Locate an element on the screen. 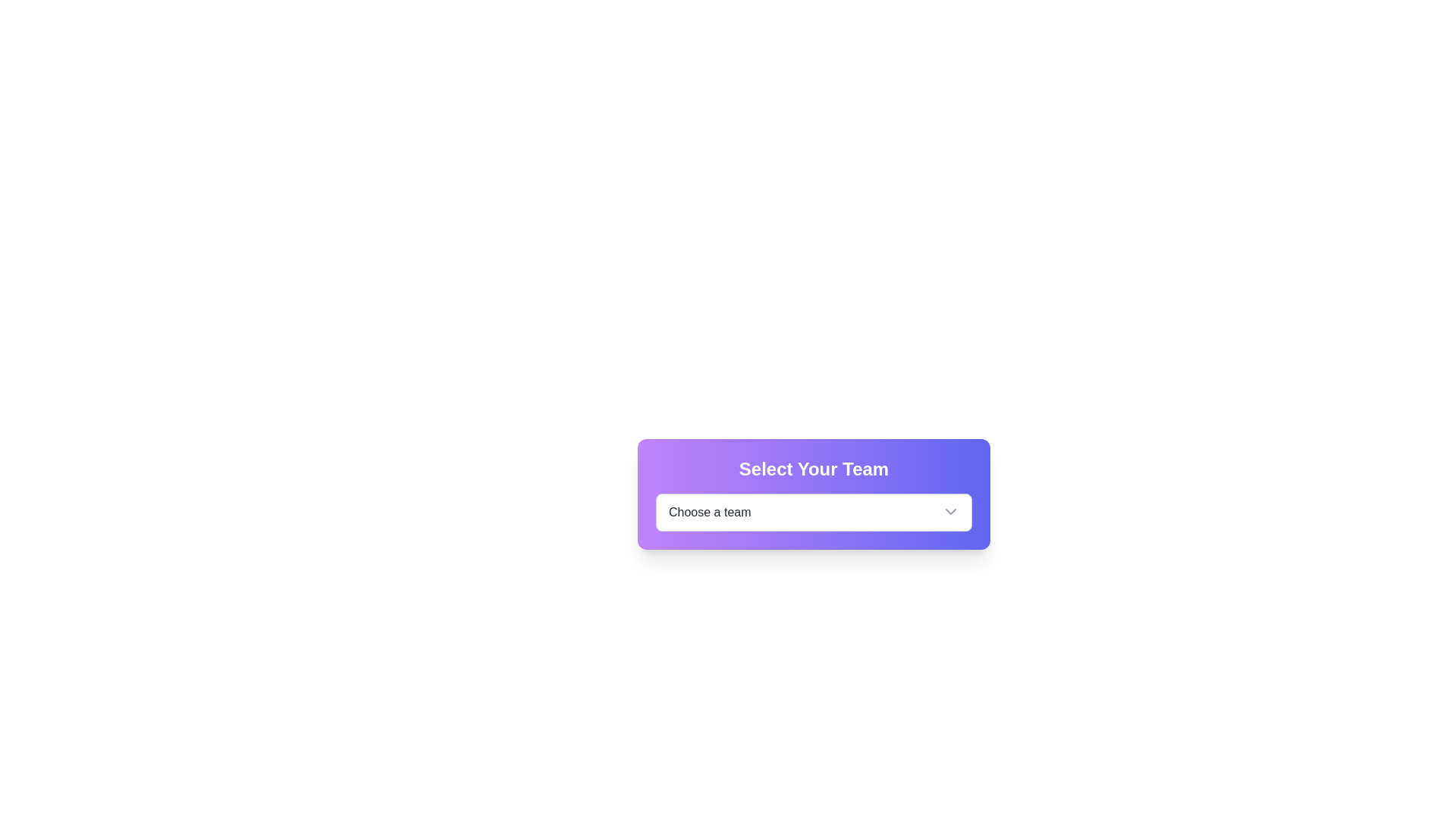 This screenshot has width=1456, height=819. the Text label or heading that introduces the purpose of the content below it, positioned above the 'Choose a team' dropdown menu is located at coordinates (813, 468).